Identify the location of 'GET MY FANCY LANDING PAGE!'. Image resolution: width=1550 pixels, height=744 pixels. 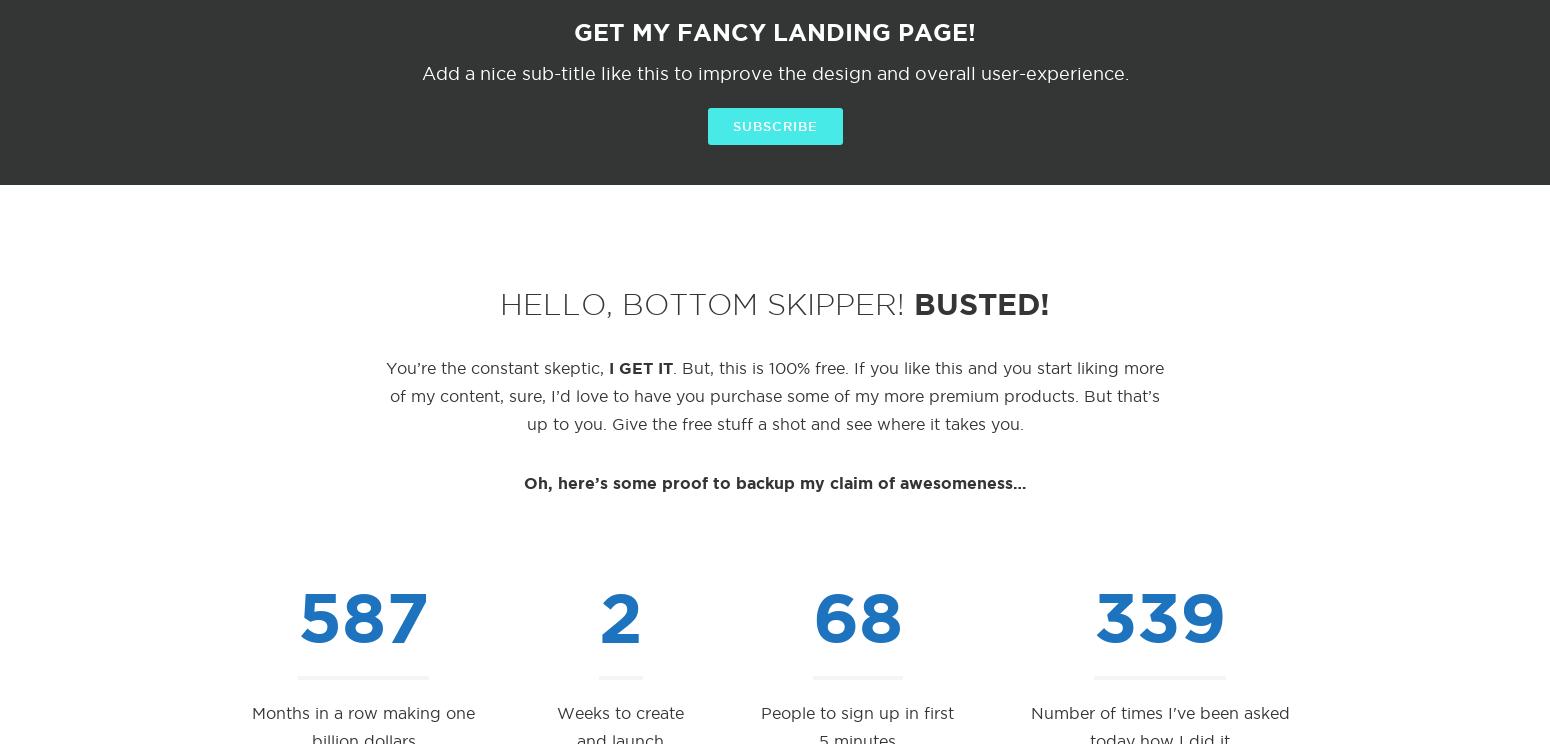
(775, 31).